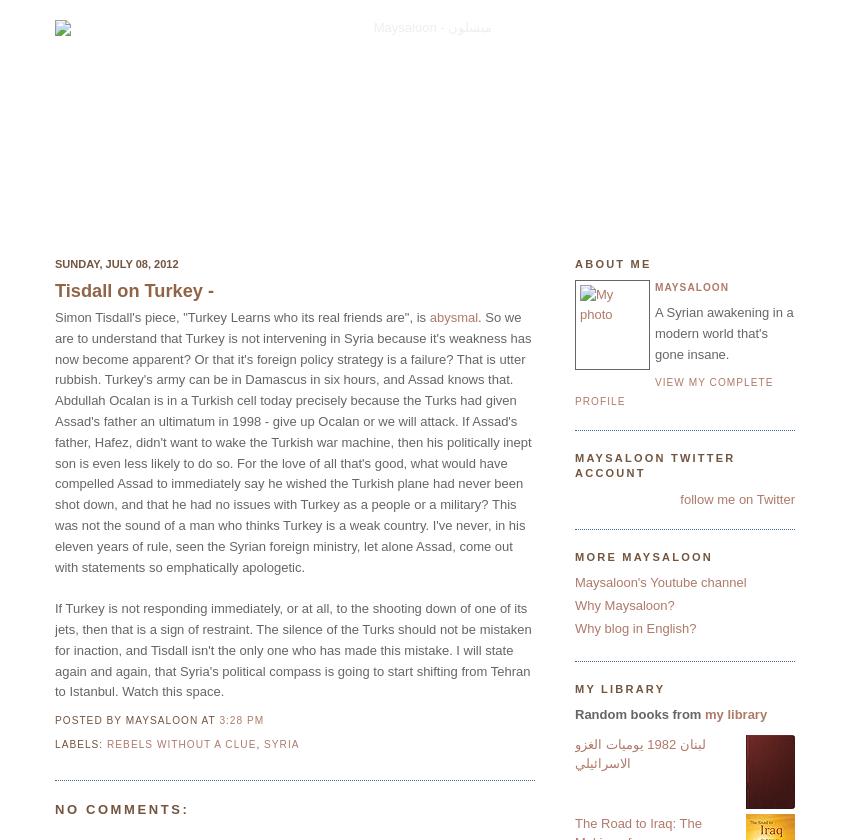 The height and width of the screenshot is (840, 850). Describe the element at coordinates (120, 808) in the screenshot. I see `'No comments:'` at that location.